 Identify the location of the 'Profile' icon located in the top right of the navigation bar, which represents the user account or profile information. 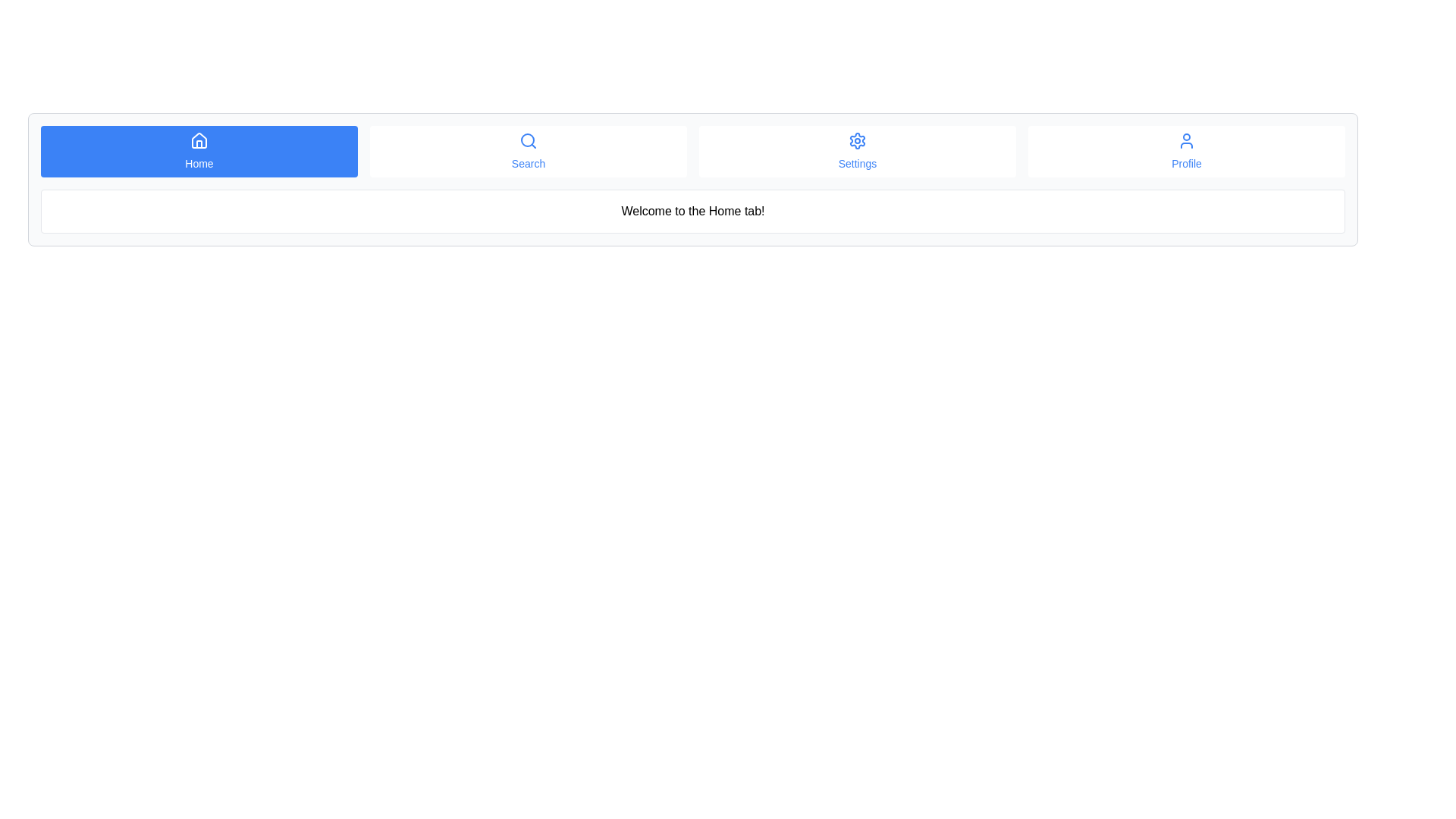
(1185, 140).